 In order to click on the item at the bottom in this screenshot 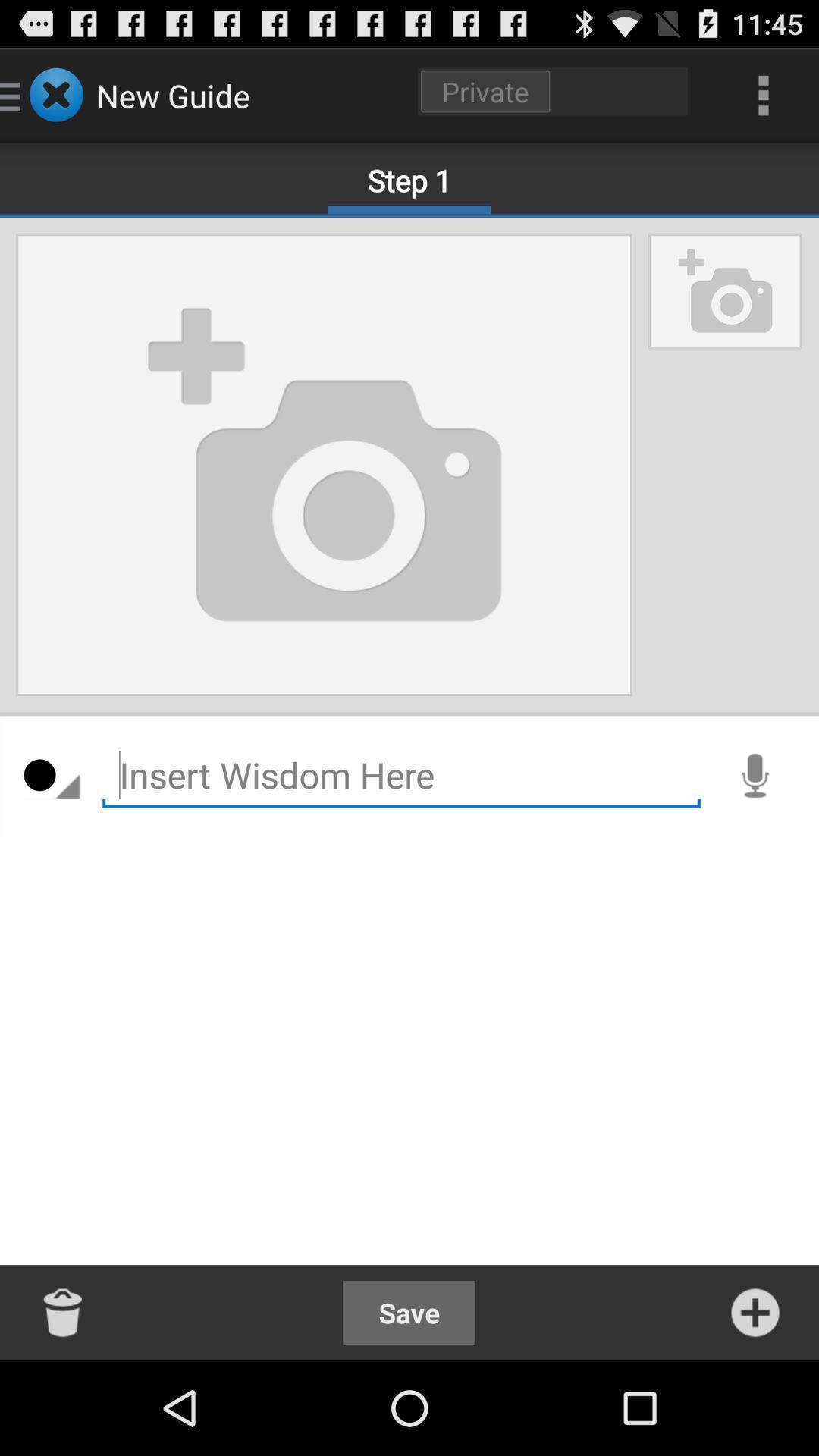, I will do `click(408, 1312)`.